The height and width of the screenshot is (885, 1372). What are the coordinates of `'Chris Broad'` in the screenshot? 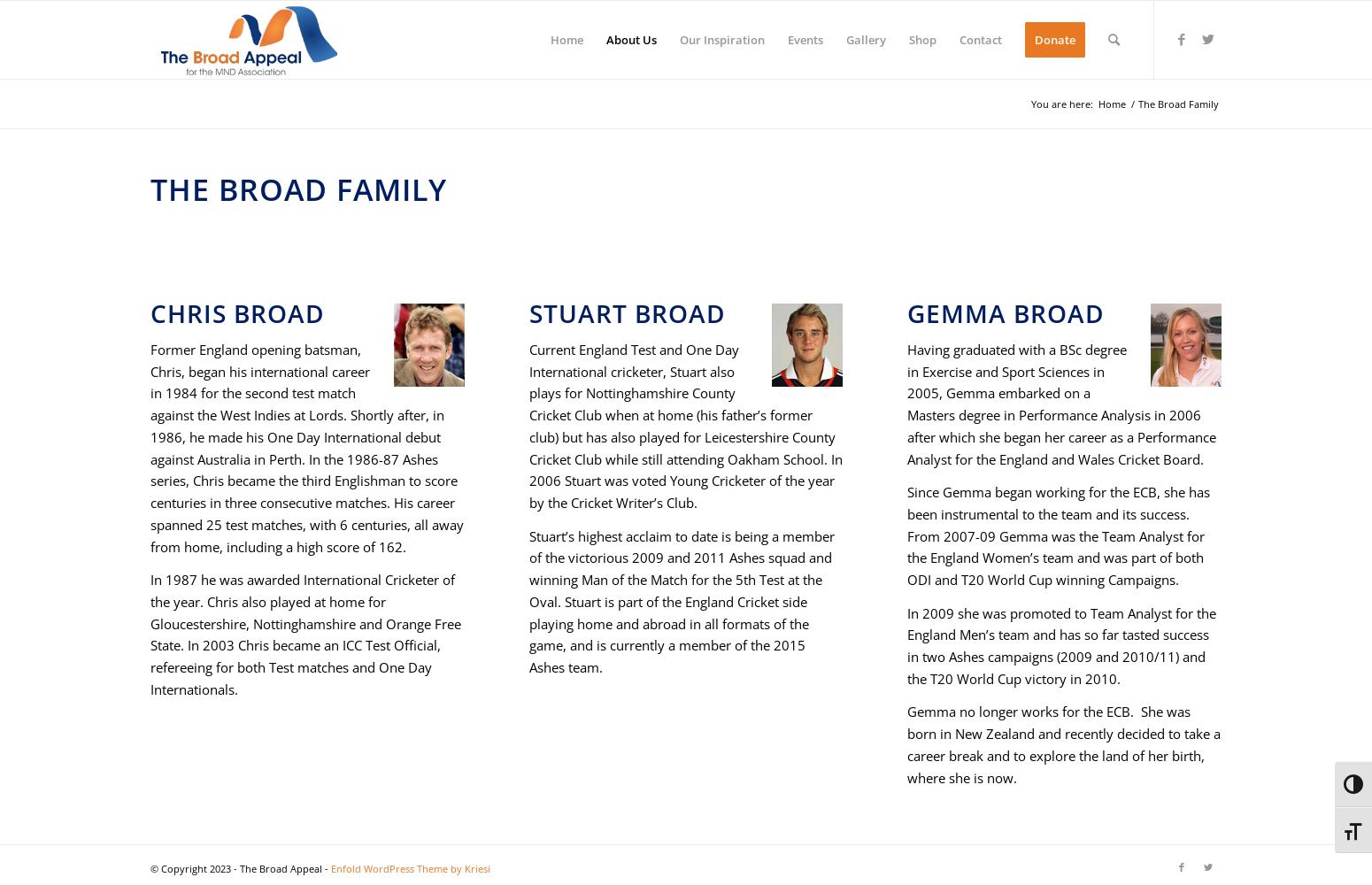 It's located at (150, 312).